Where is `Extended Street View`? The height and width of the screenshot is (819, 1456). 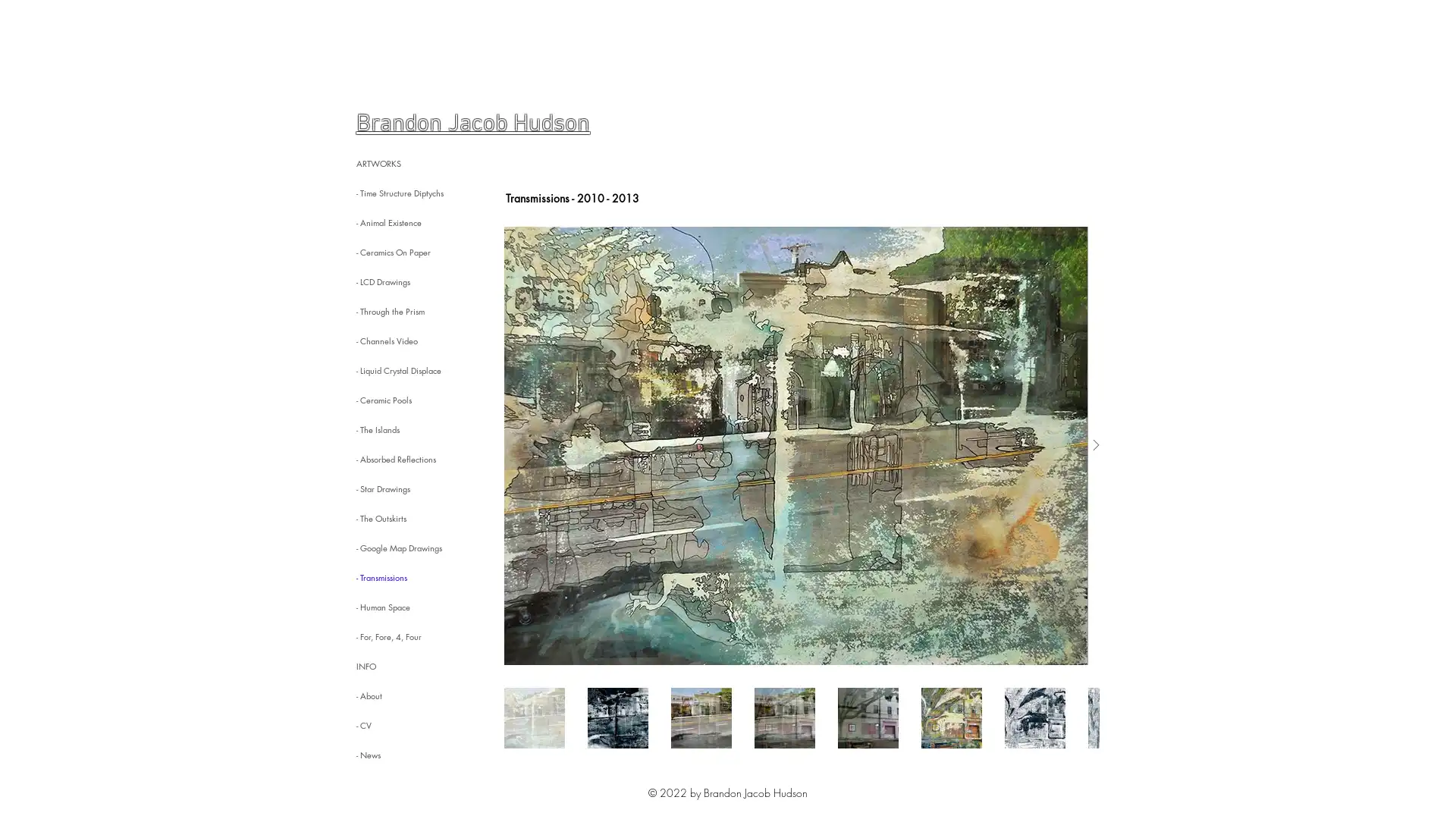 Extended Street View is located at coordinates (795, 444).